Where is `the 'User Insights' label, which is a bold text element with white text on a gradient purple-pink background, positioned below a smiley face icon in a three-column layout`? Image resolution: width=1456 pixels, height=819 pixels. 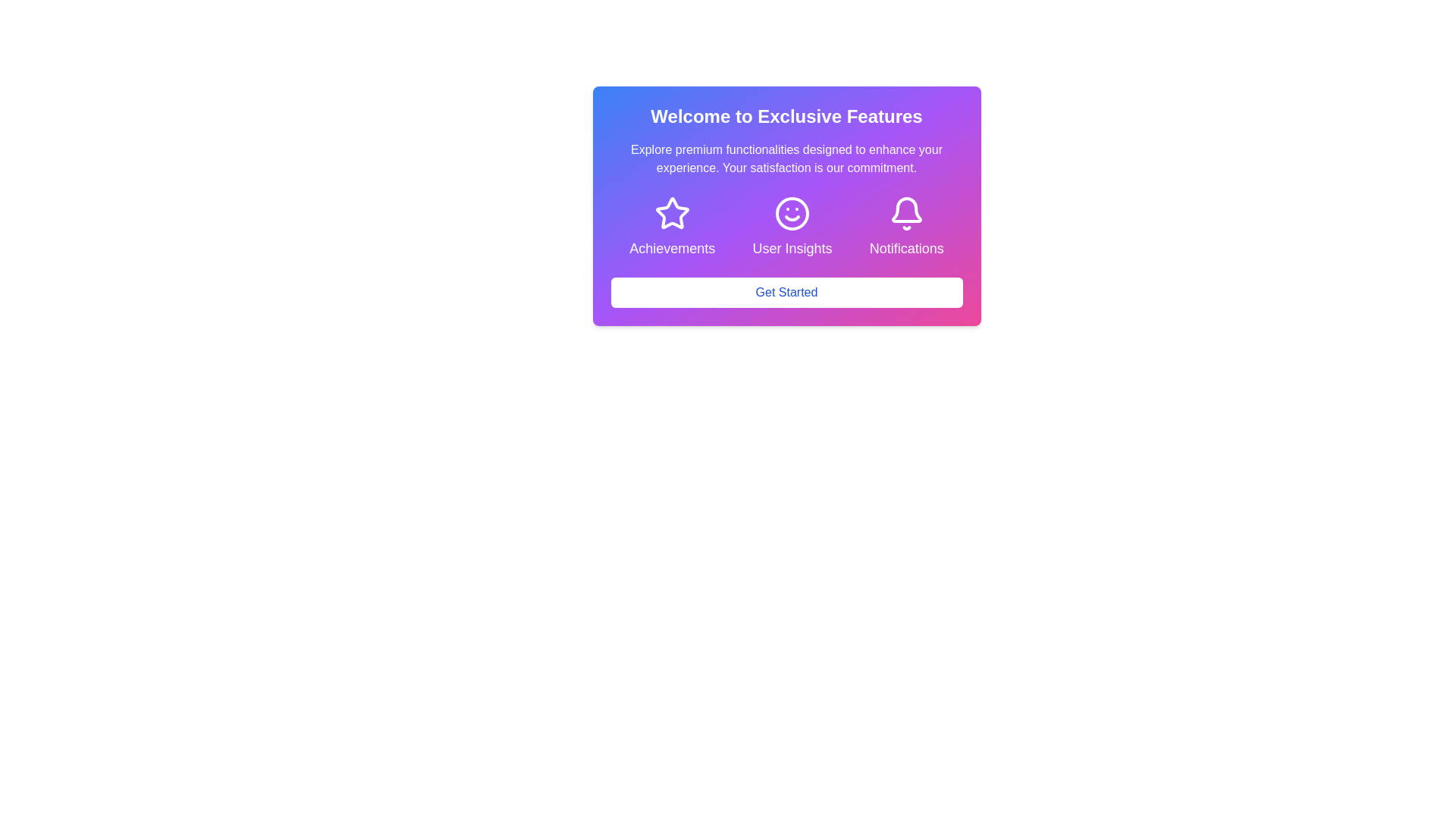
the 'User Insights' label, which is a bold text element with white text on a gradient purple-pink background, positioned below a smiley face icon in a three-column layout is located at coordinates (792, 247).